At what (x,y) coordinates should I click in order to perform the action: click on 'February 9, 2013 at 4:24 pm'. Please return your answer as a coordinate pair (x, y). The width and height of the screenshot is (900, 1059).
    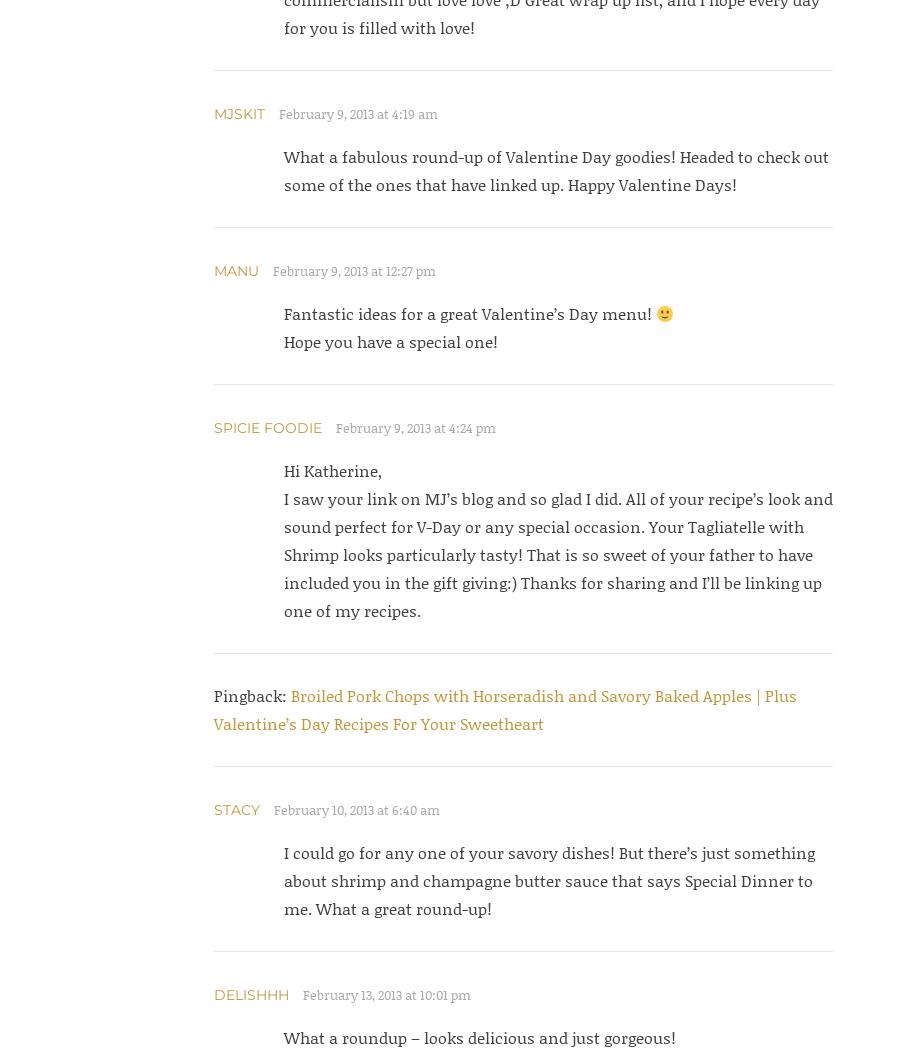
    Looking at the image, I should click on (414, 428).